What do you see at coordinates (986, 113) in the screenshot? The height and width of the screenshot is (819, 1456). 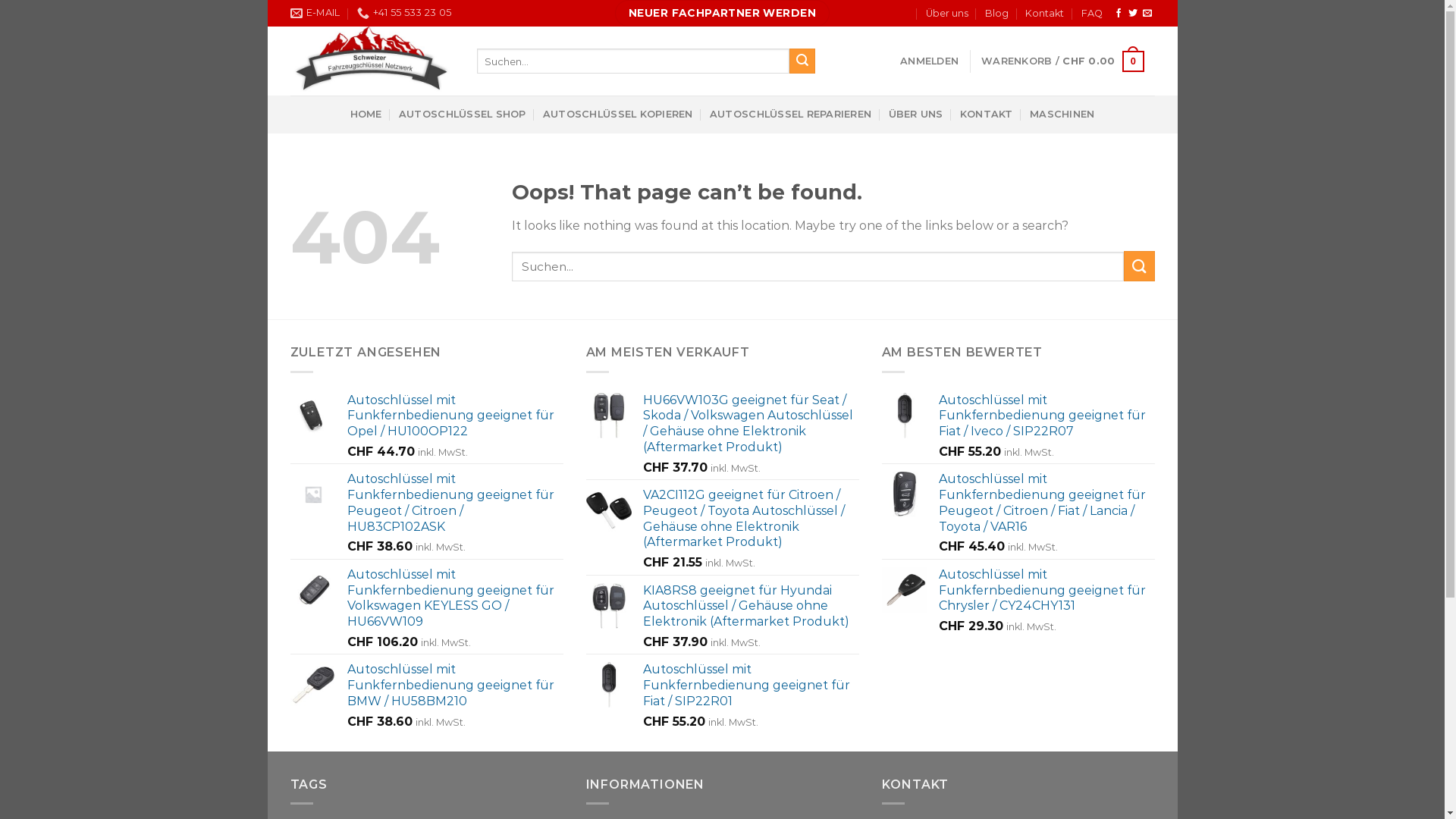 I see `'KONTAKT'` at bounding box center [986, 113].